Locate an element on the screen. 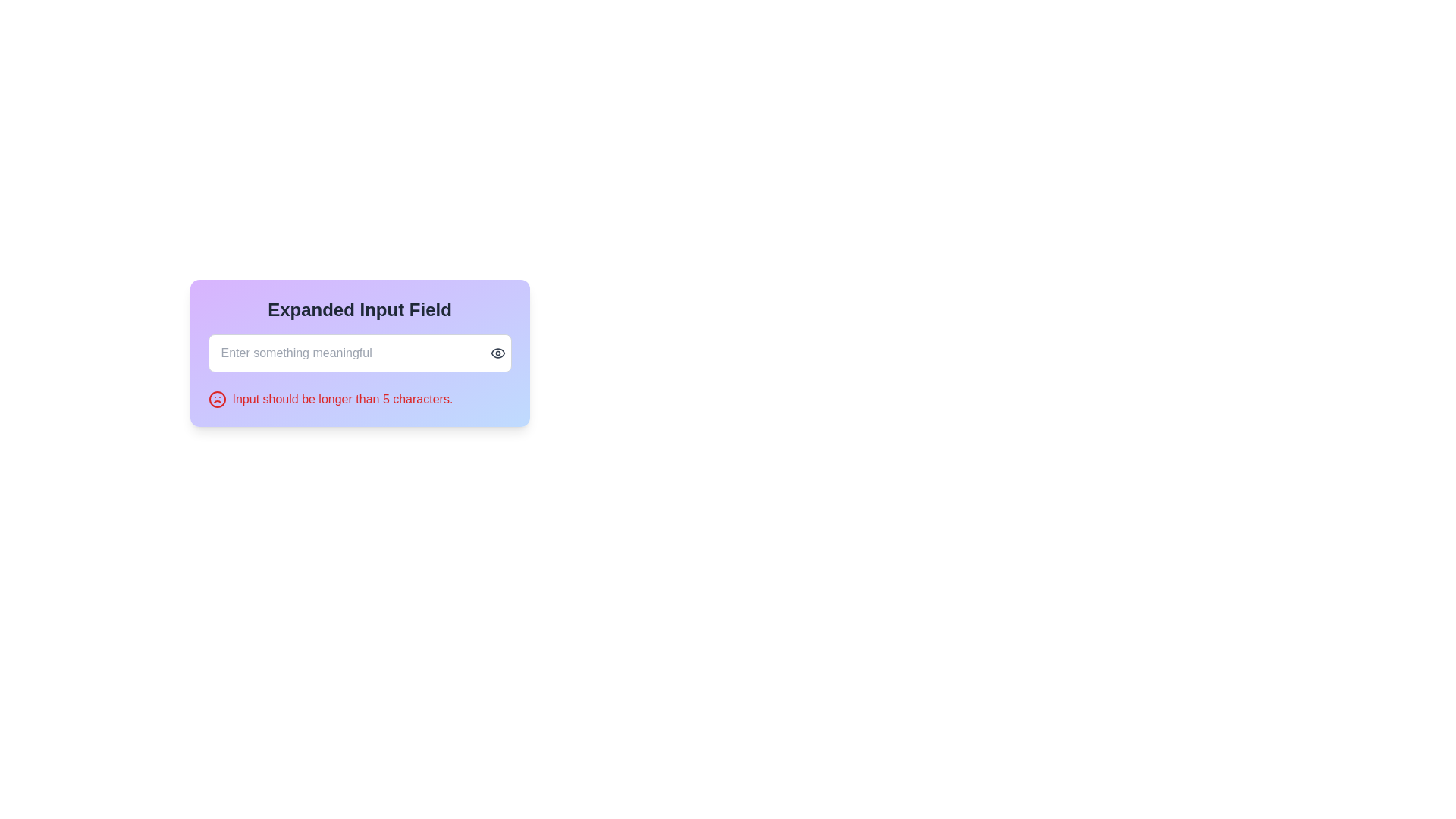 The height and width of the screenshot is (819, 1456). the small red frown face icon located to the left of the error message text 'Input should be longer than 5 characters.' is located at coordinates (216, 399).